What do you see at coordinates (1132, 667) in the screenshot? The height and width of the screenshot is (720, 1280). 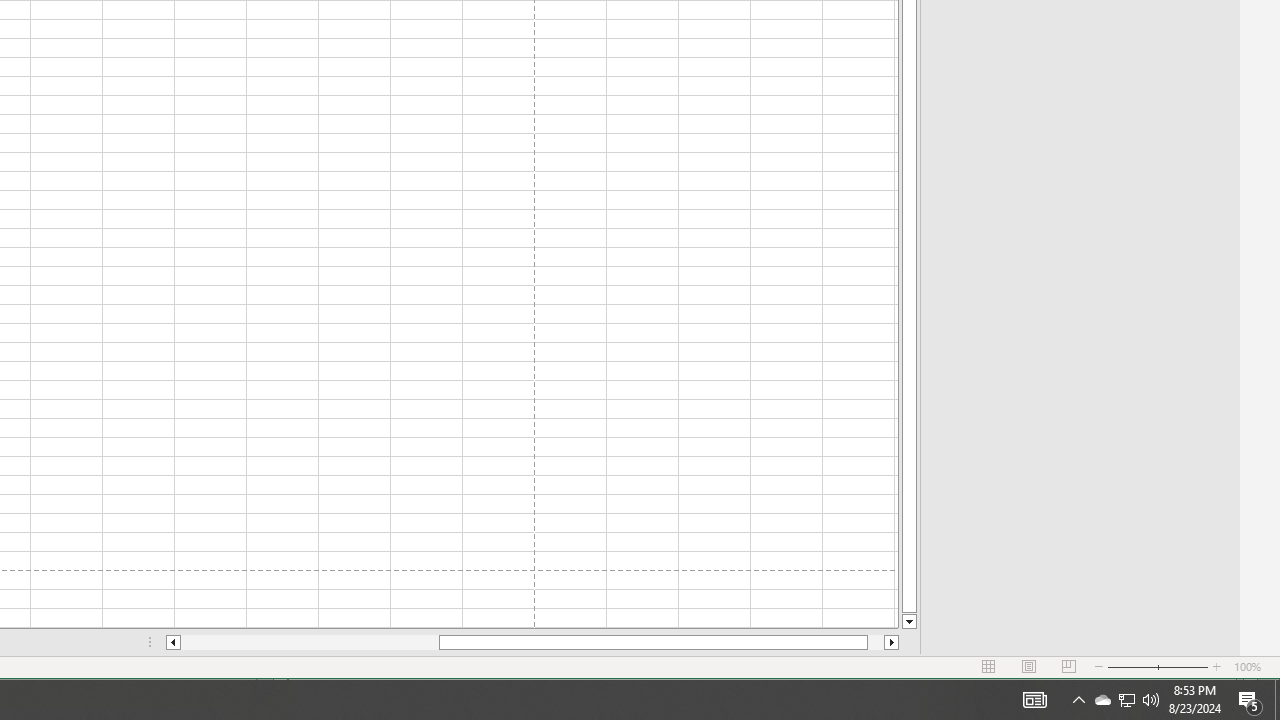 I see `'Zoom Out'` at bounding box center [1132, 667].